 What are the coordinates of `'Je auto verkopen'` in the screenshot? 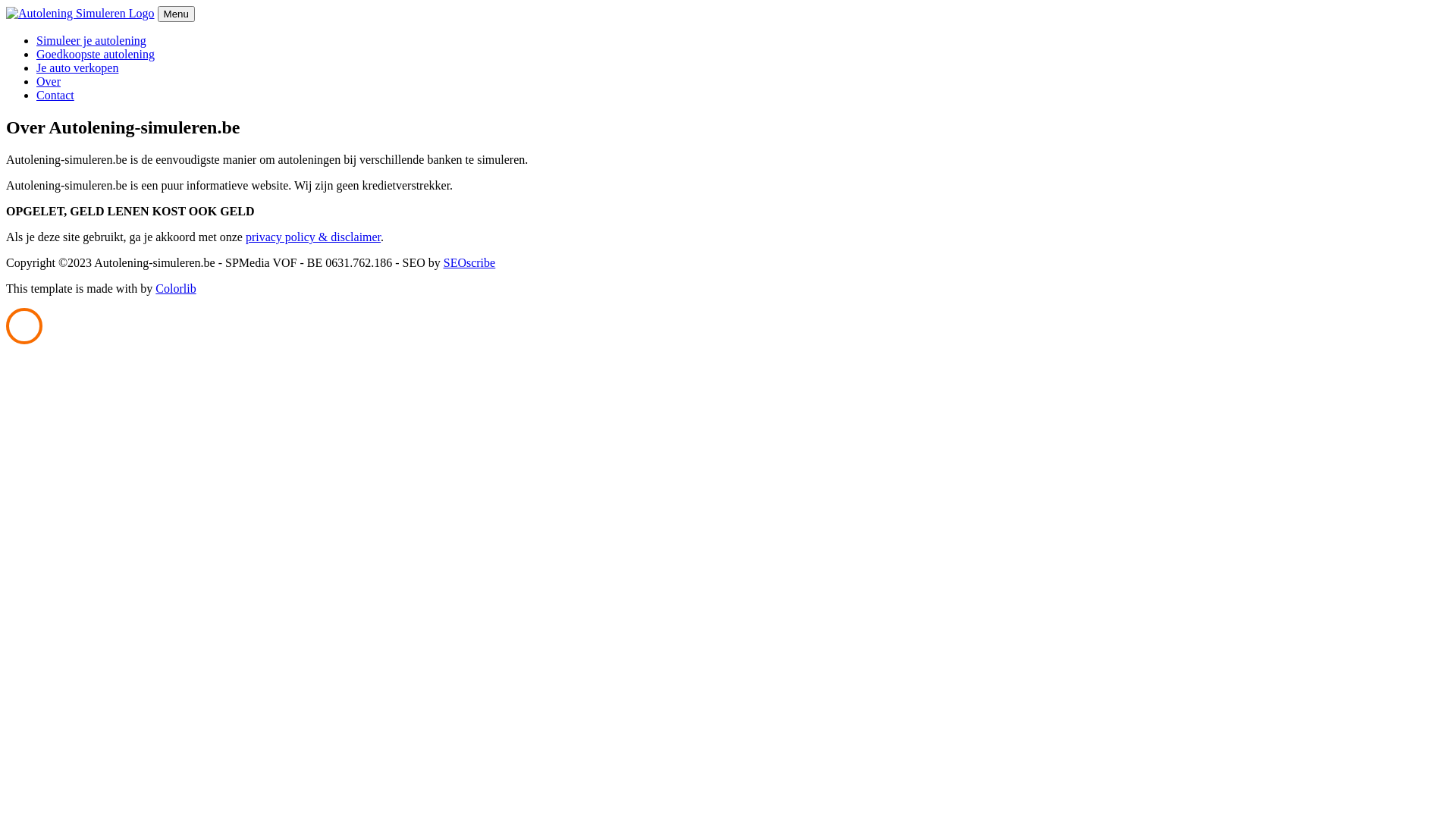 It's located at (76, 67).